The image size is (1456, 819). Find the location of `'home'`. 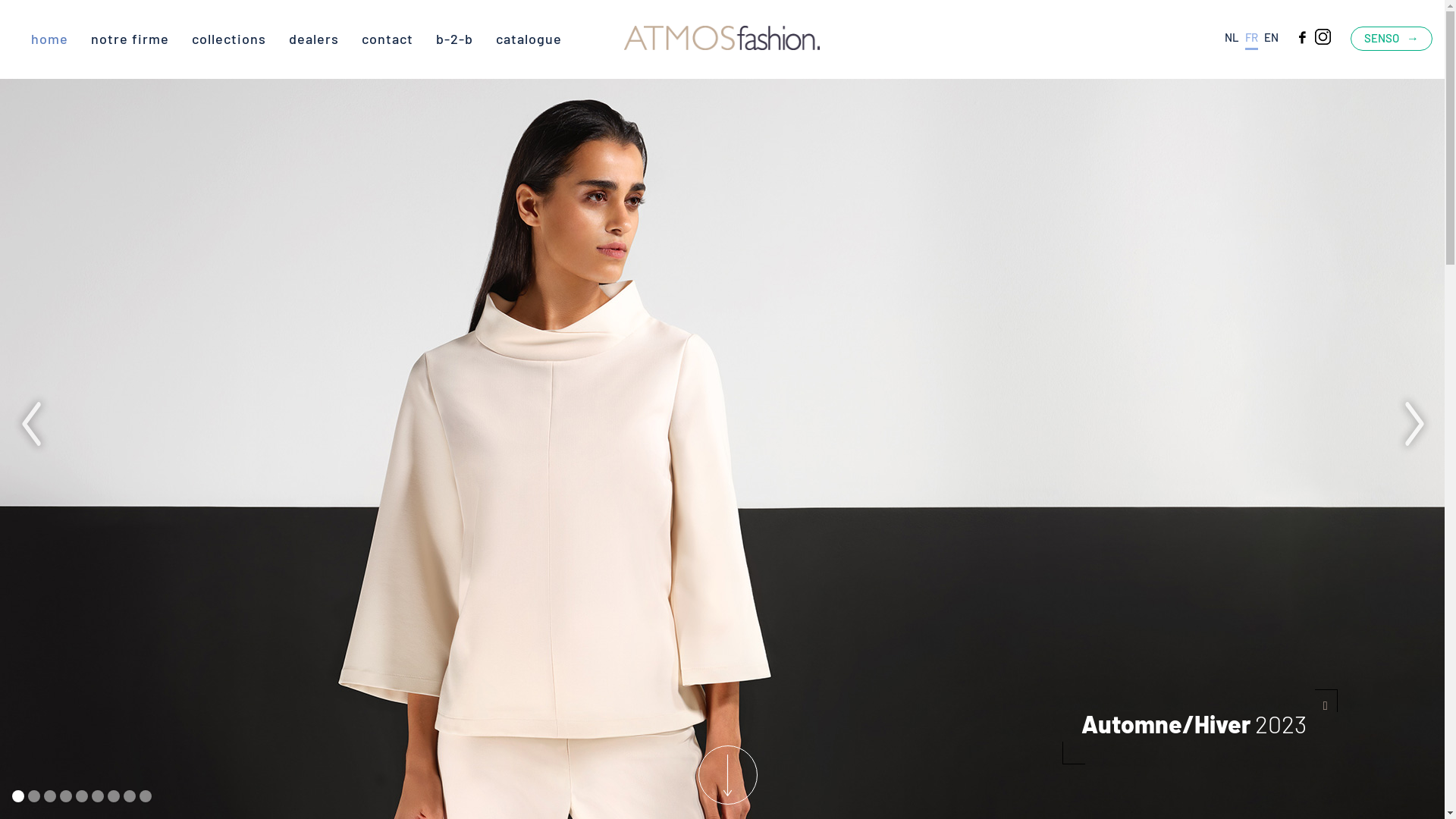

'home' is located at coordinates (31, 37).